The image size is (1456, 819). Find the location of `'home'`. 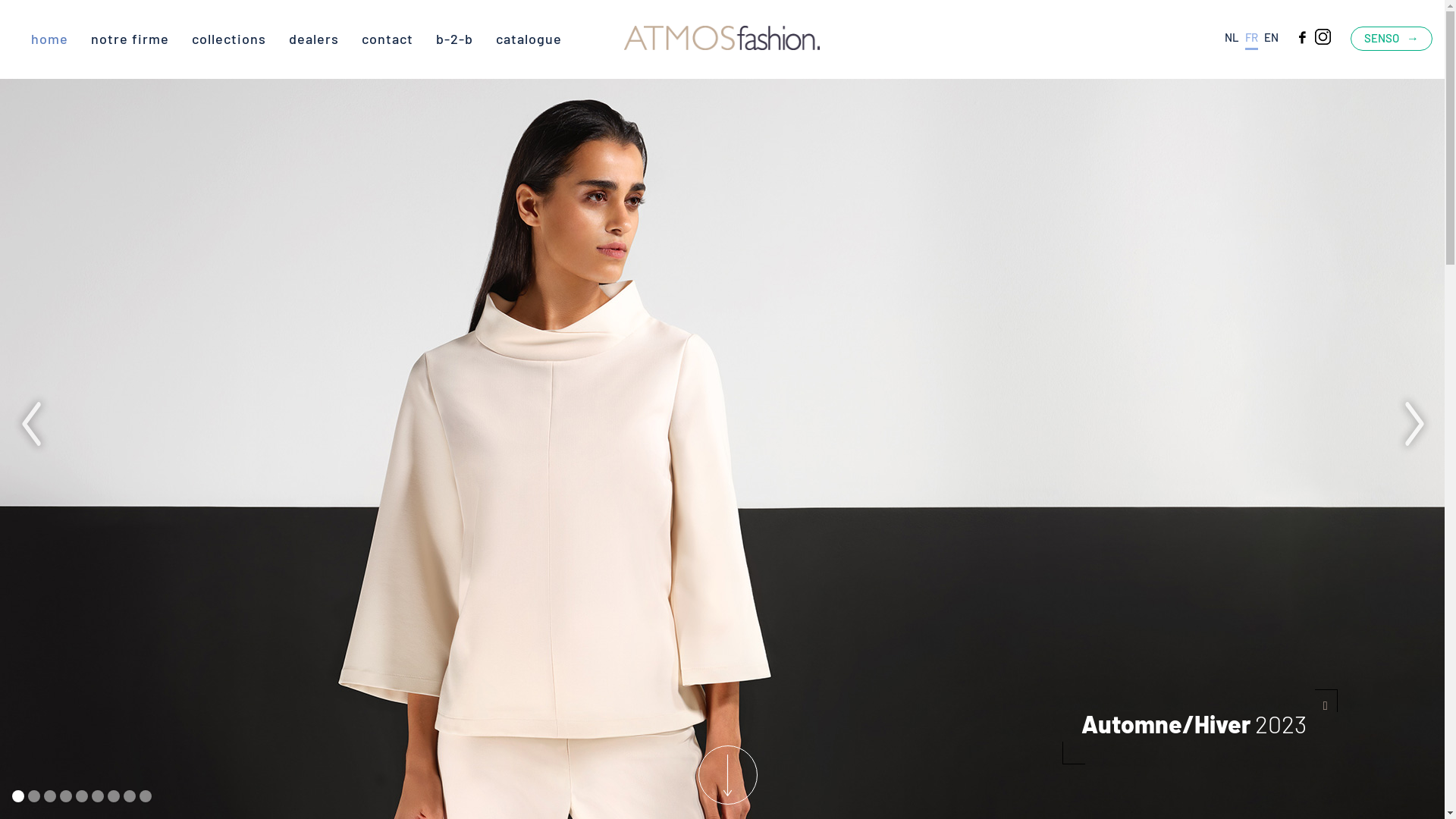

'home' is located at coordinates (31, 37).